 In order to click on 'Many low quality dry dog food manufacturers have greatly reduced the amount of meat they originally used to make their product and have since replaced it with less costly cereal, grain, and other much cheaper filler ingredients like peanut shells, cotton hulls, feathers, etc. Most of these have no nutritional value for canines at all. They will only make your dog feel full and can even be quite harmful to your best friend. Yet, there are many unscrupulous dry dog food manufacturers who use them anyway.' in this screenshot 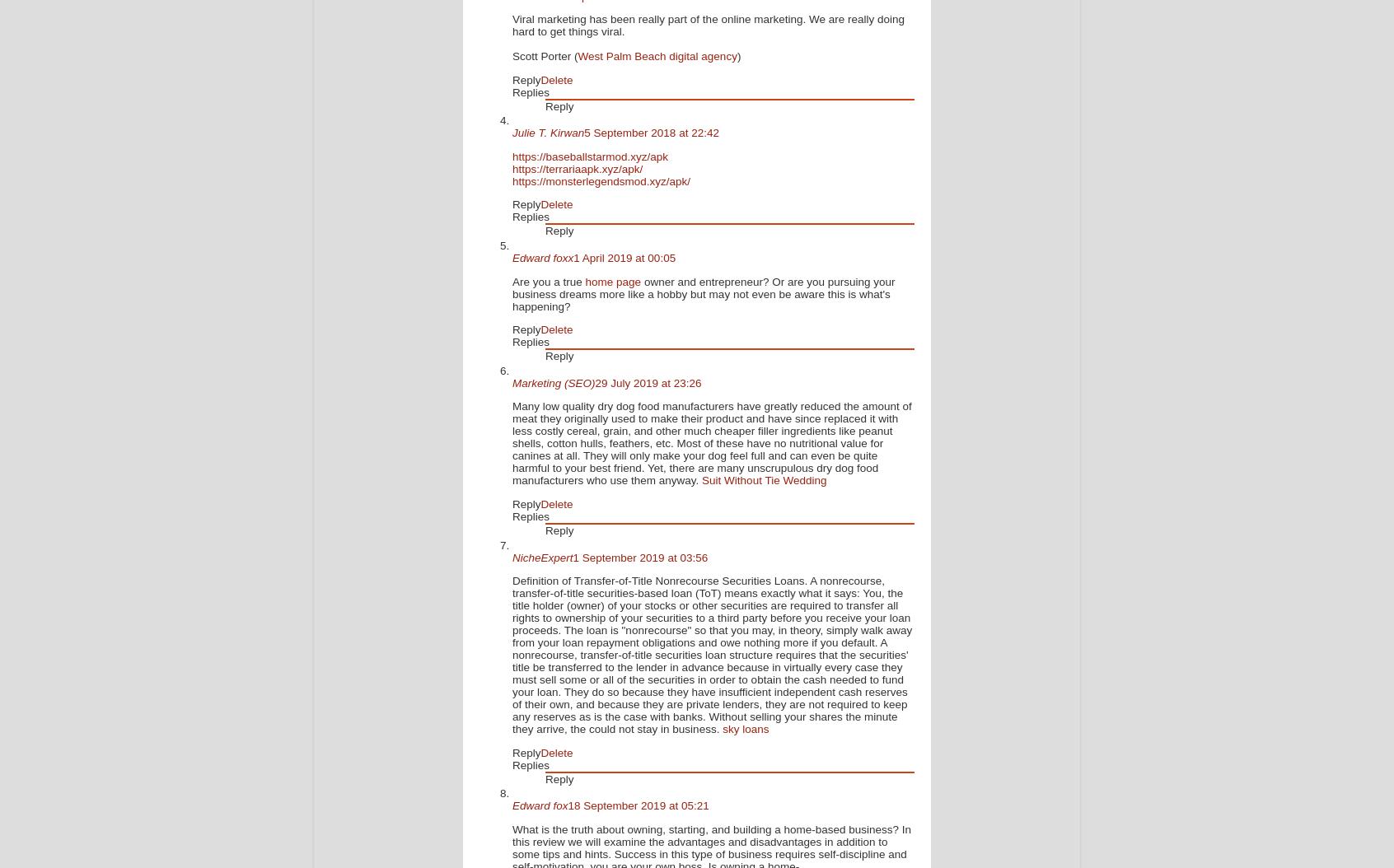, I will do `click(511, 443)`.